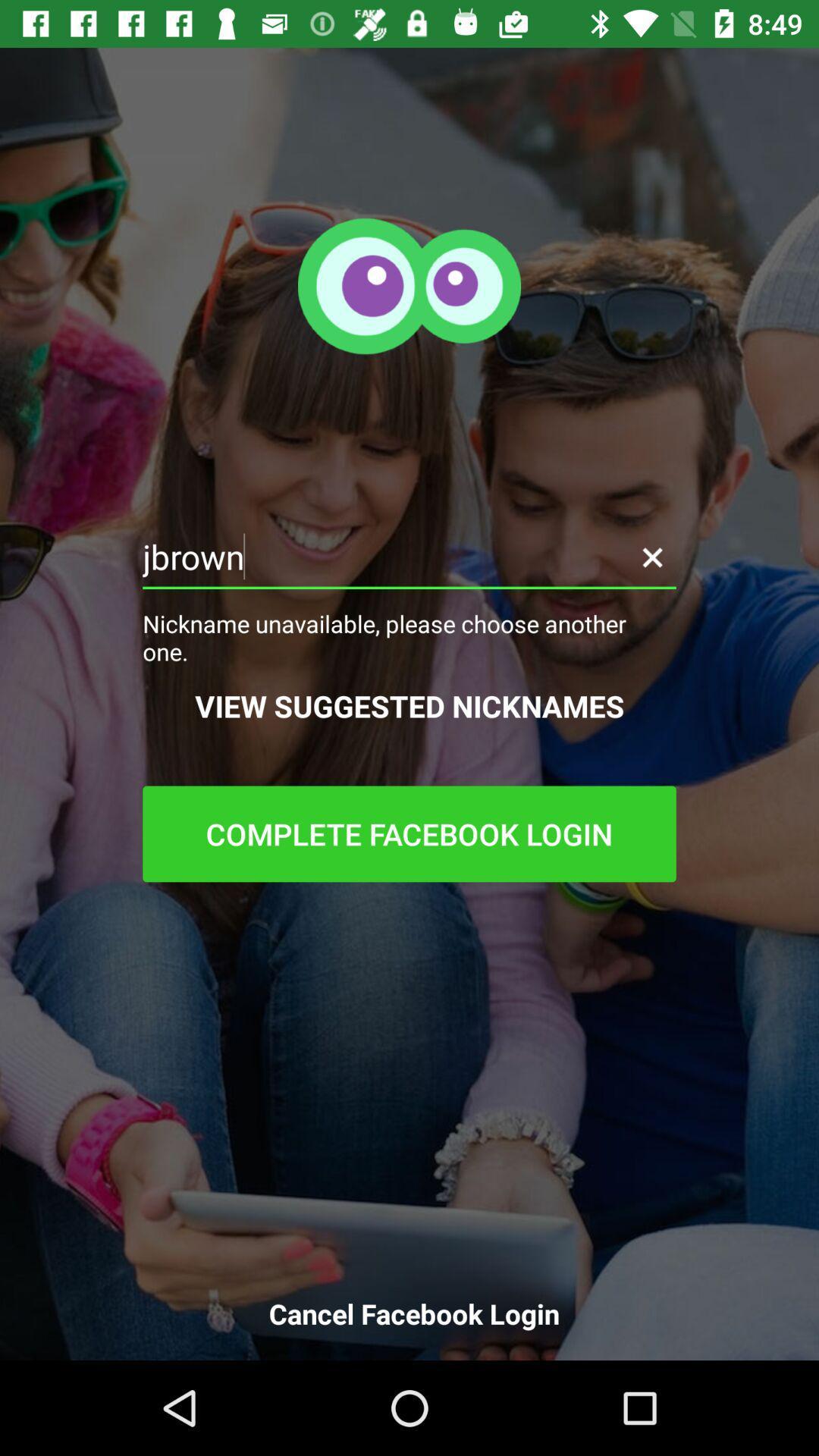  I want to click on view suggested nicknames icon, so click(409, 705).